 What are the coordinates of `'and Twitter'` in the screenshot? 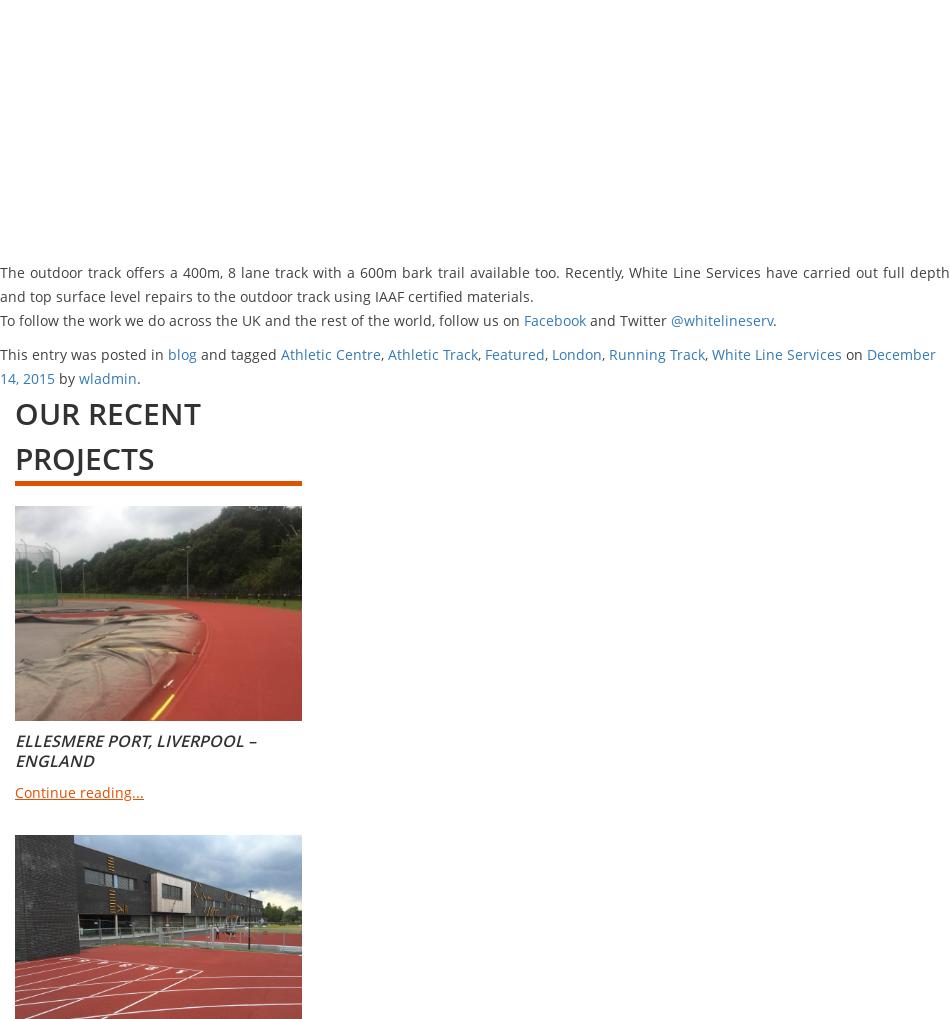 It's located at (628, 319).